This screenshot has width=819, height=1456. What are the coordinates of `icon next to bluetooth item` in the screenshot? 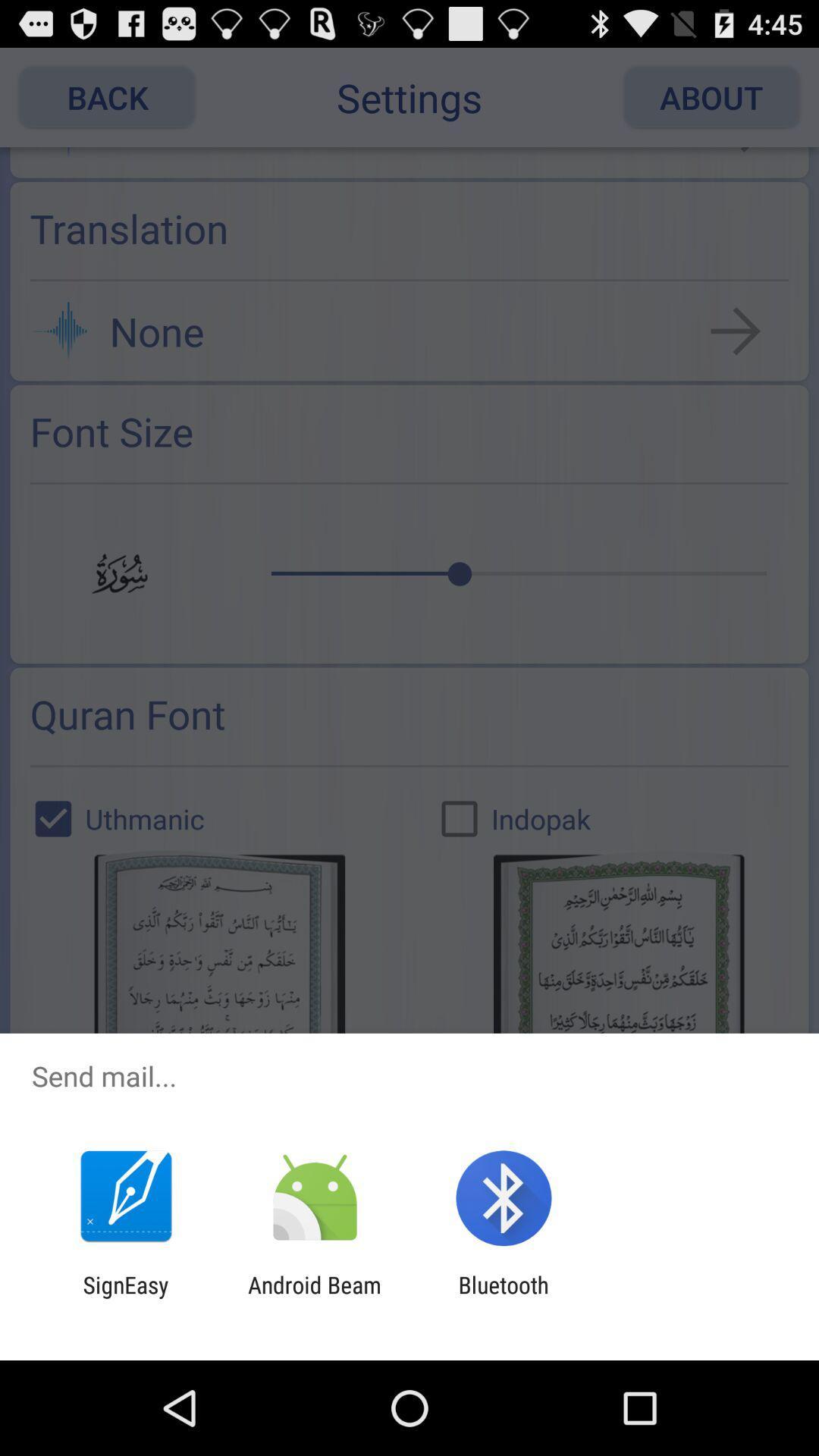 It's located at (314, 1298).